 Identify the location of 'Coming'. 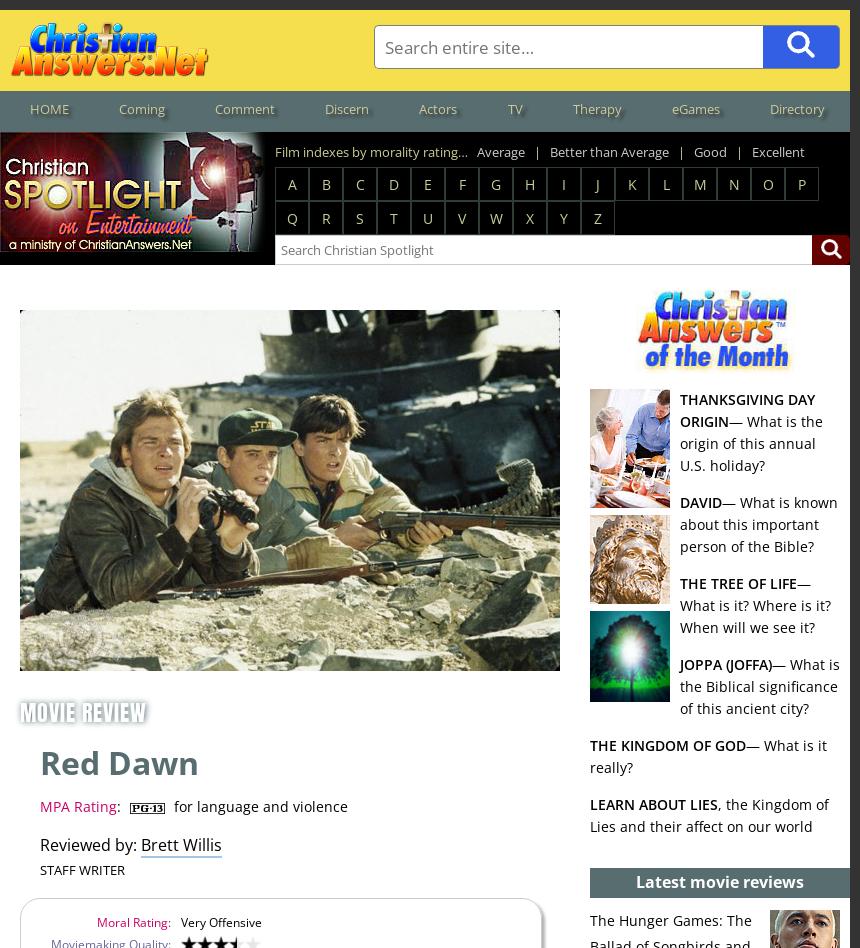
(119, 107).